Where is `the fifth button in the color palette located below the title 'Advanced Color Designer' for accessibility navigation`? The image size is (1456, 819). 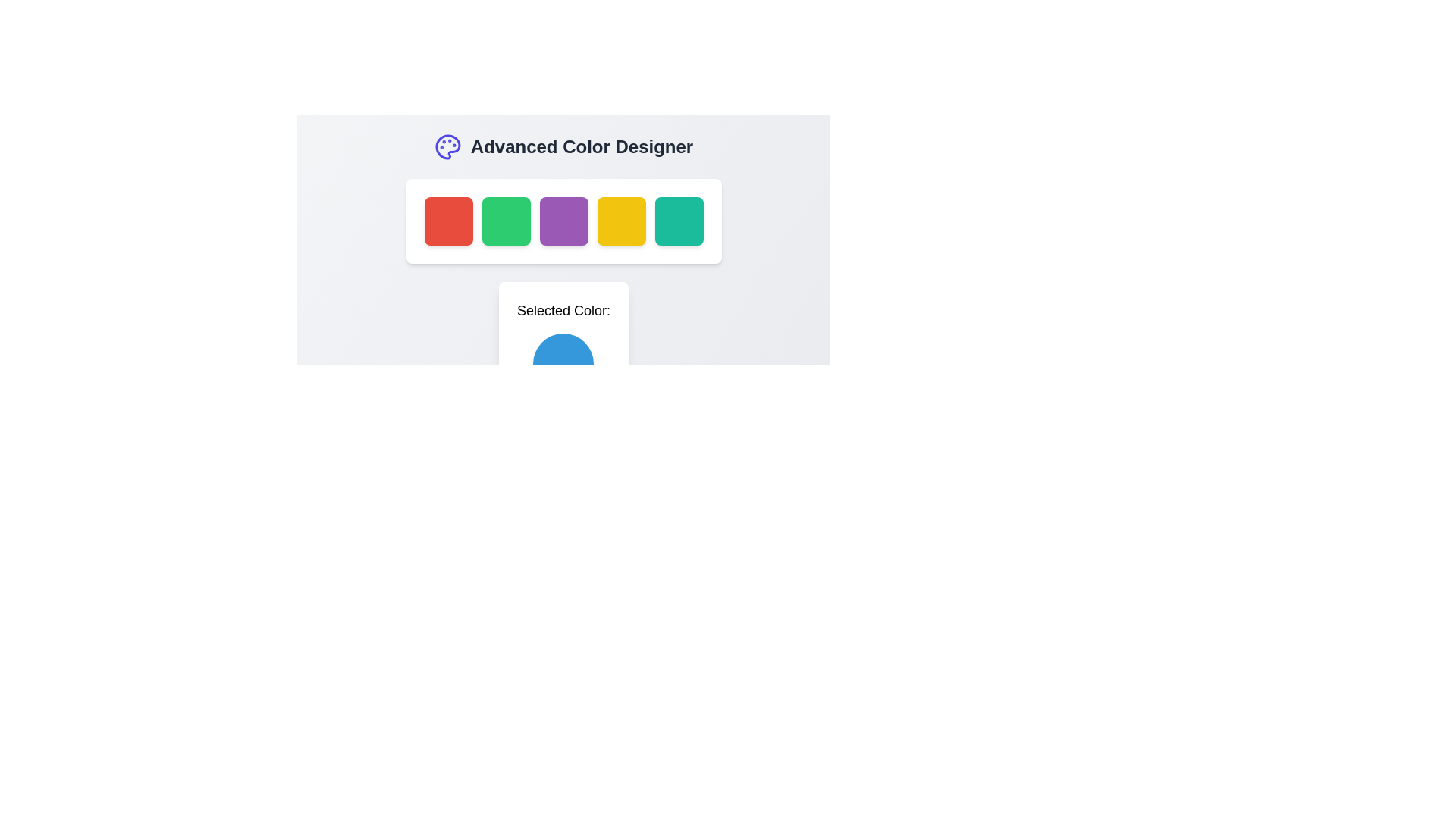
the fifth button in the color palette located below the title 'Advanced Color Designer' for accessibility navigation is located at coordinates (678, 221).